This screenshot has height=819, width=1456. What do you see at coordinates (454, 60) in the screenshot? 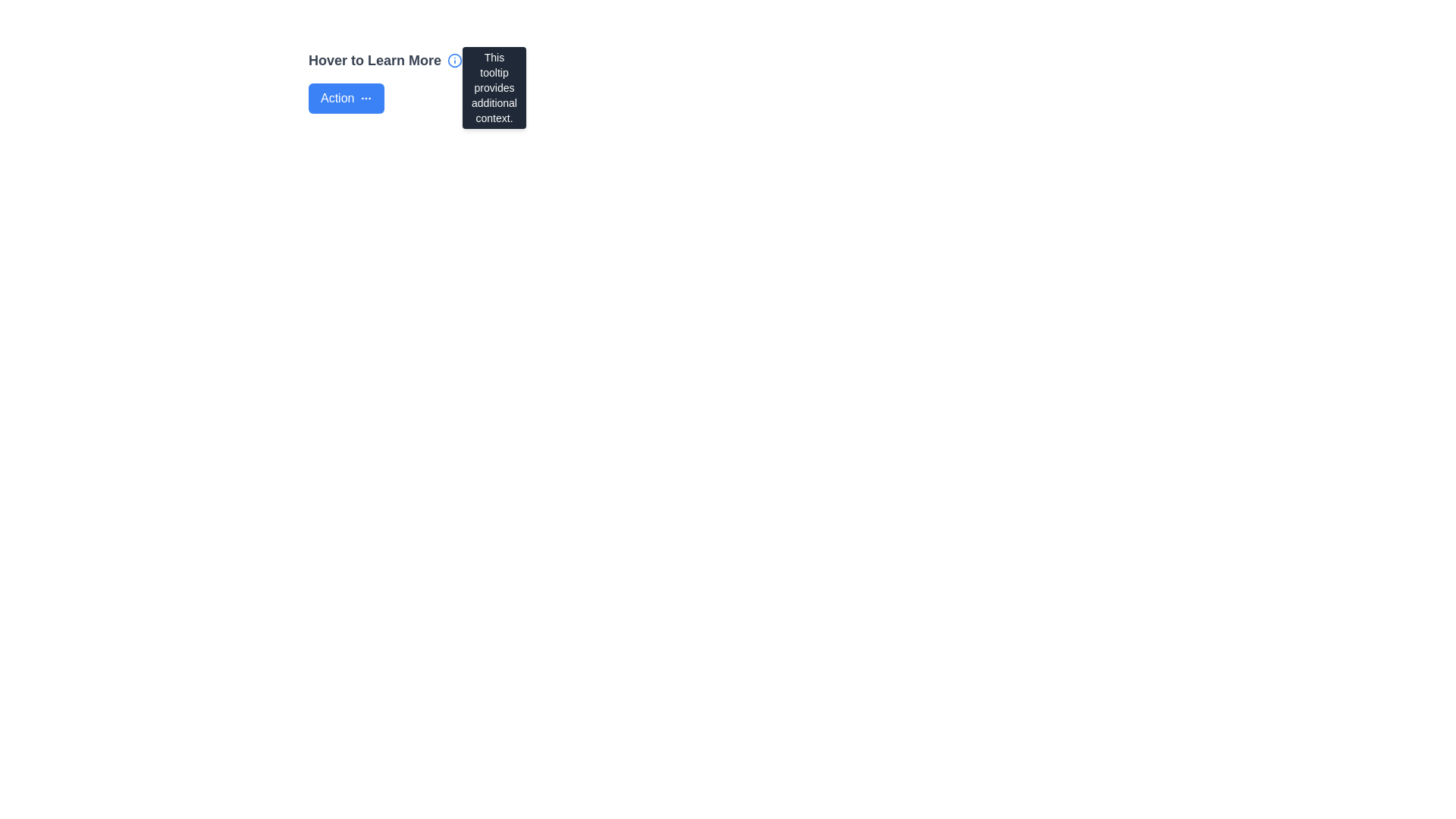
I see `the informational icon located to the right of the text 'Hover to Learn More', which triggers a tooltip to appear when hovered` at bounding box center [454, 60].